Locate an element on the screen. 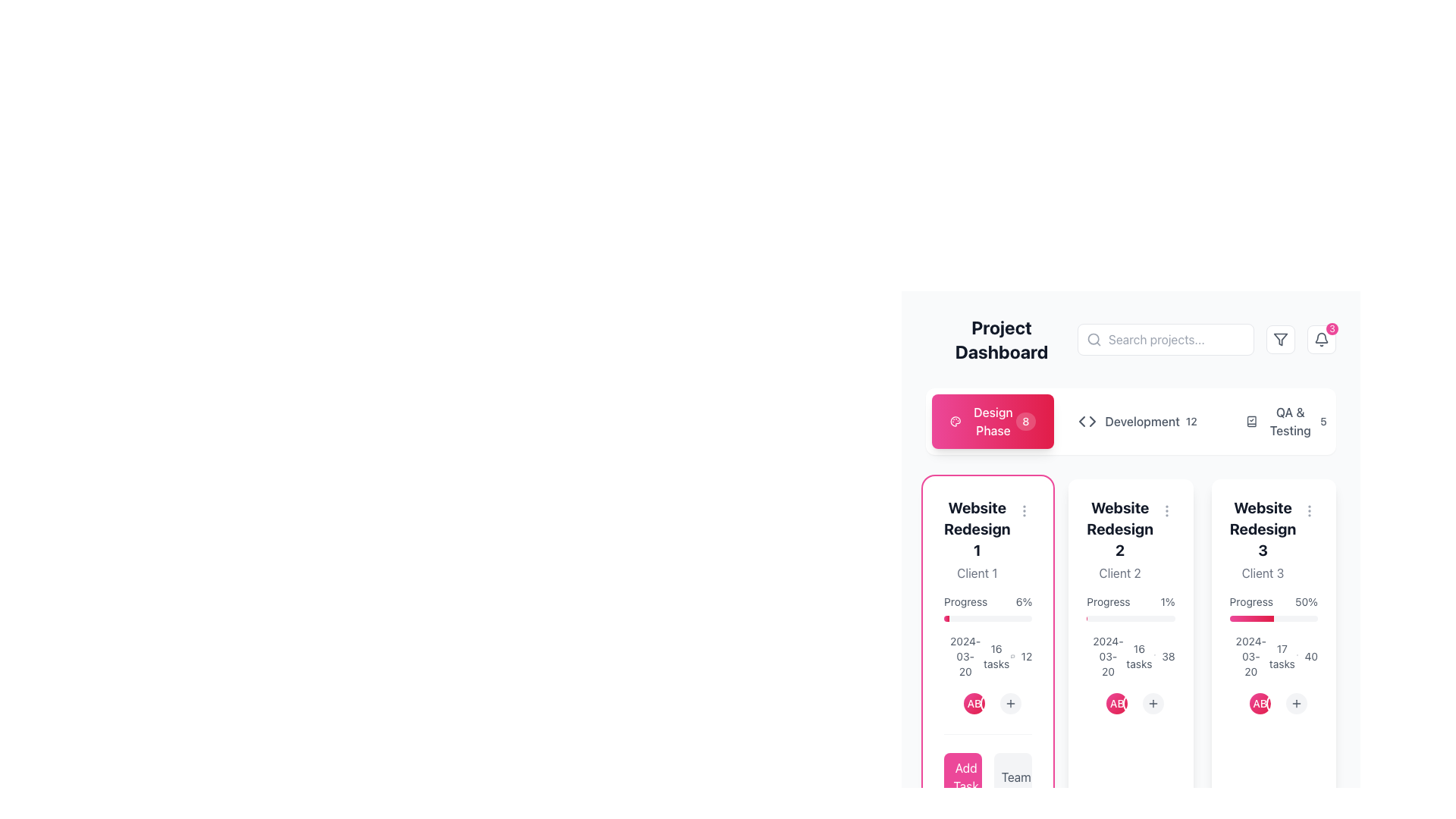 The height and width of the screenshot is (819, 1456). the clock icon element in the 'Website Redesign 2' card, which indicates time-related data is located at coordinates (1129, 659).